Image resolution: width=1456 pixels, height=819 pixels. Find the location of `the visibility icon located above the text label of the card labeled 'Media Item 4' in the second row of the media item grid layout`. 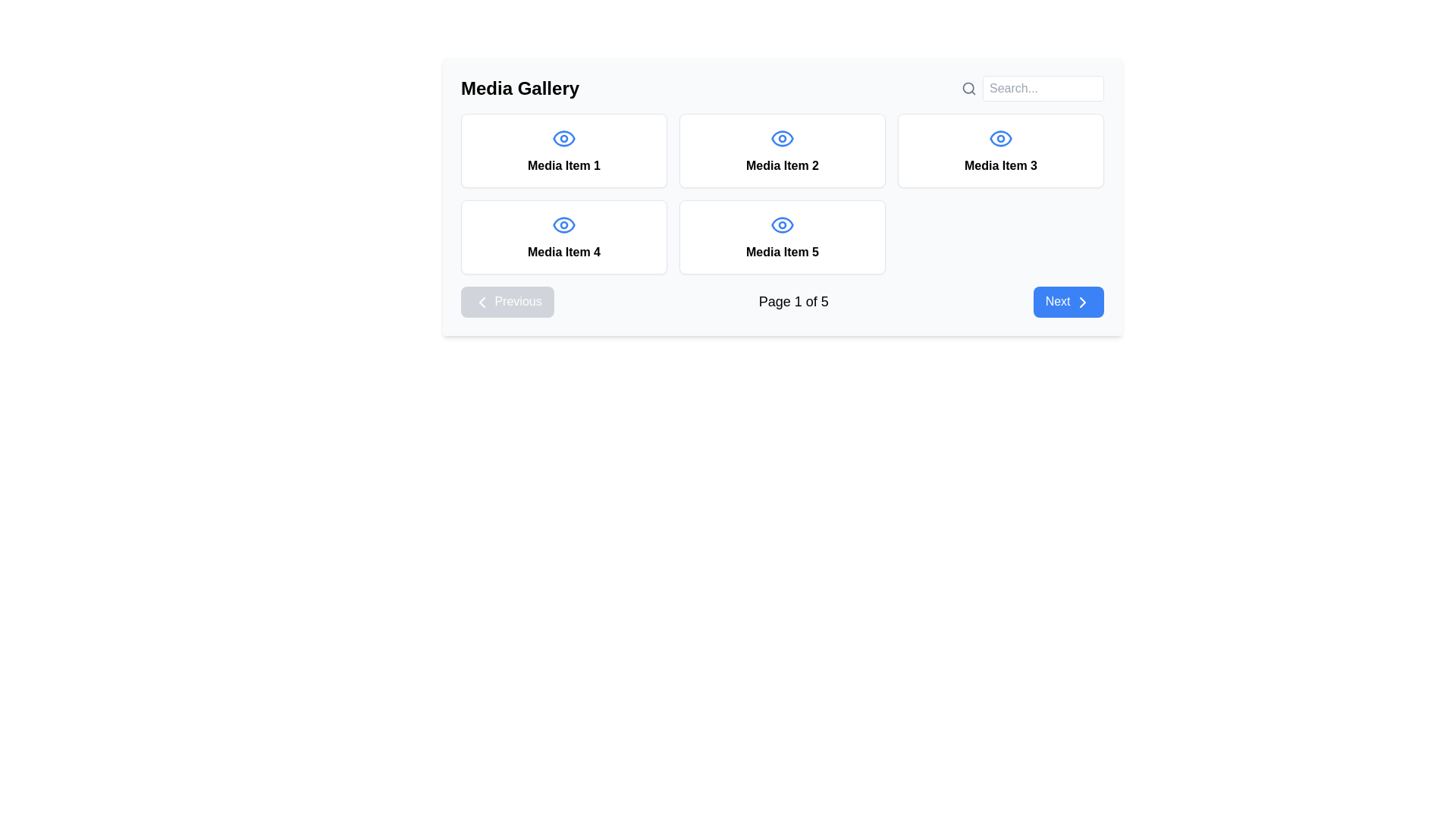

the visibility icon located above the text label of the card labeled 'Media Item 4' in the second row of the media item grid layout is located at coordinates (563, 225).